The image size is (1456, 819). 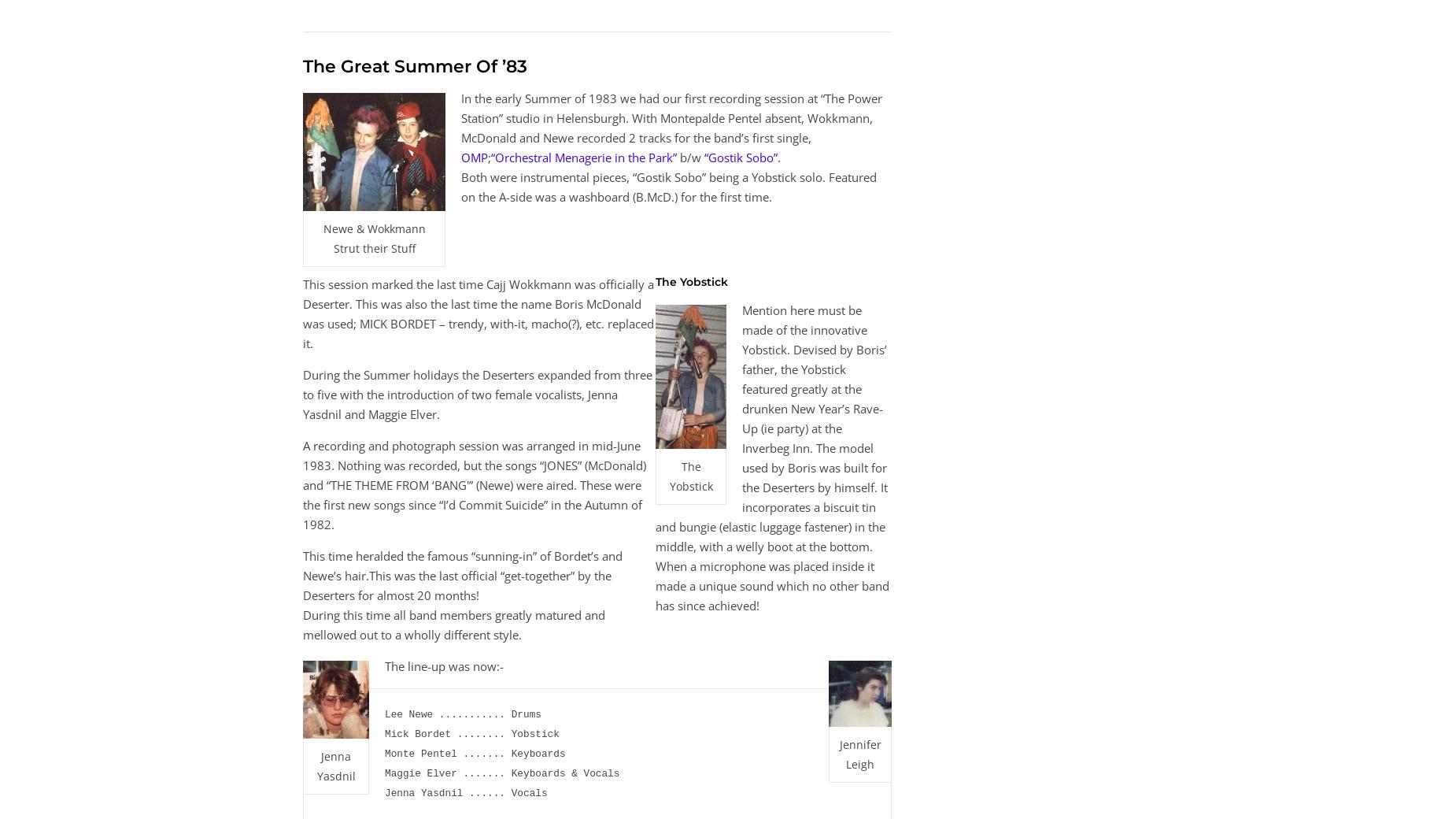 I want to click on 'A recording and photograph session was arranged in mid-June 1983. Nothing was recorded, but the songs “JONES” (McDonald) and “THE THEME FROM ‘BANG'” (Newe) were aired. These were the first new songs since “I’d Commit Suicide” in the Autumn of 1982.', so click(x=474, y=483).